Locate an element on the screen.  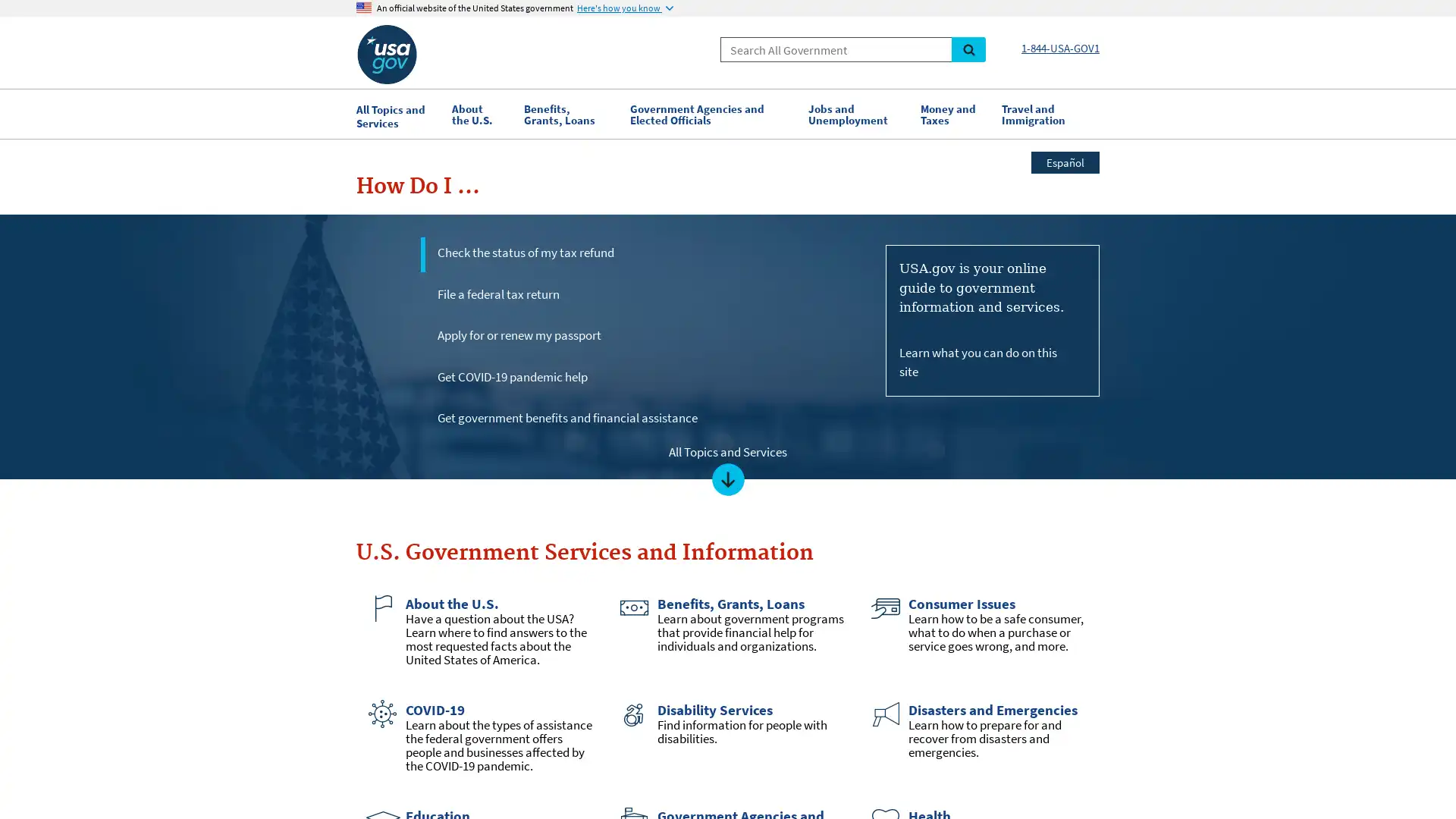
Search is located at coordinates (968, 49).